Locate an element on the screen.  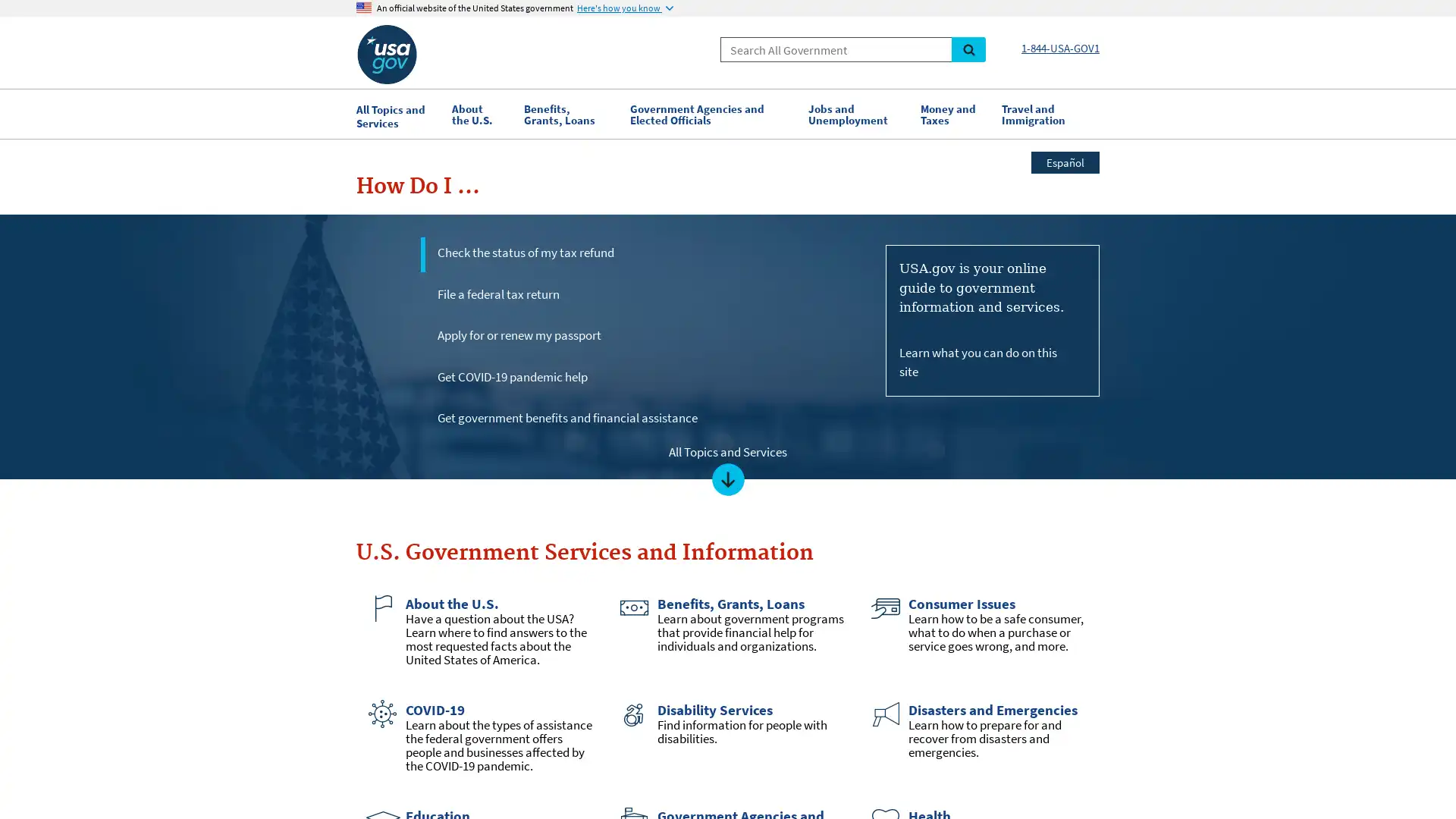
Search is located at coordinates (968, 49).